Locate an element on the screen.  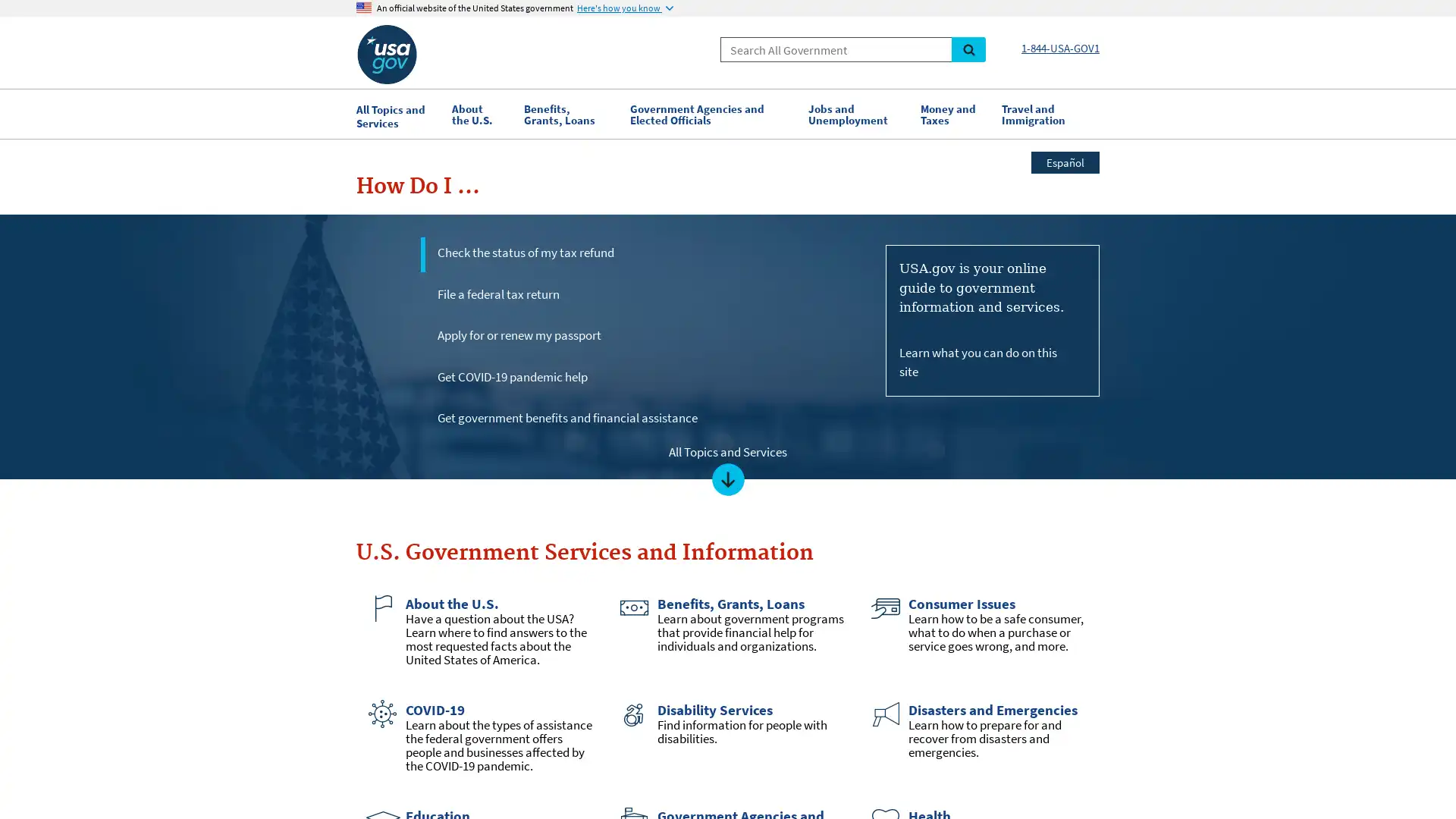
Search is located at coordinates (968, 49).